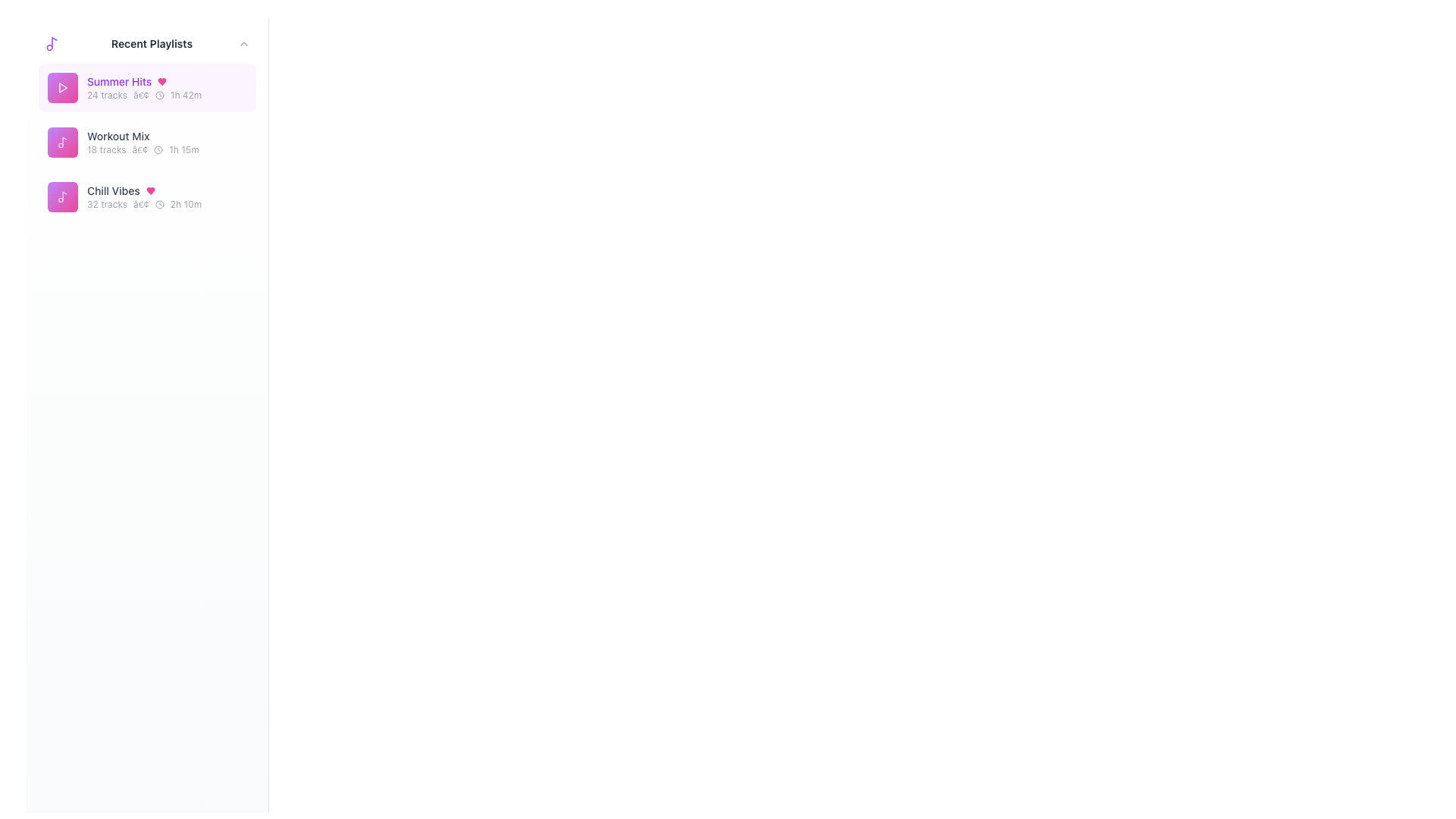  Describe the element at coordinates (105, 149) in the screenshot. I see `the static text label displaying '18 tracks', which is positioned next to a dot separator and a clock icon in the playlist metadata section` at that location.